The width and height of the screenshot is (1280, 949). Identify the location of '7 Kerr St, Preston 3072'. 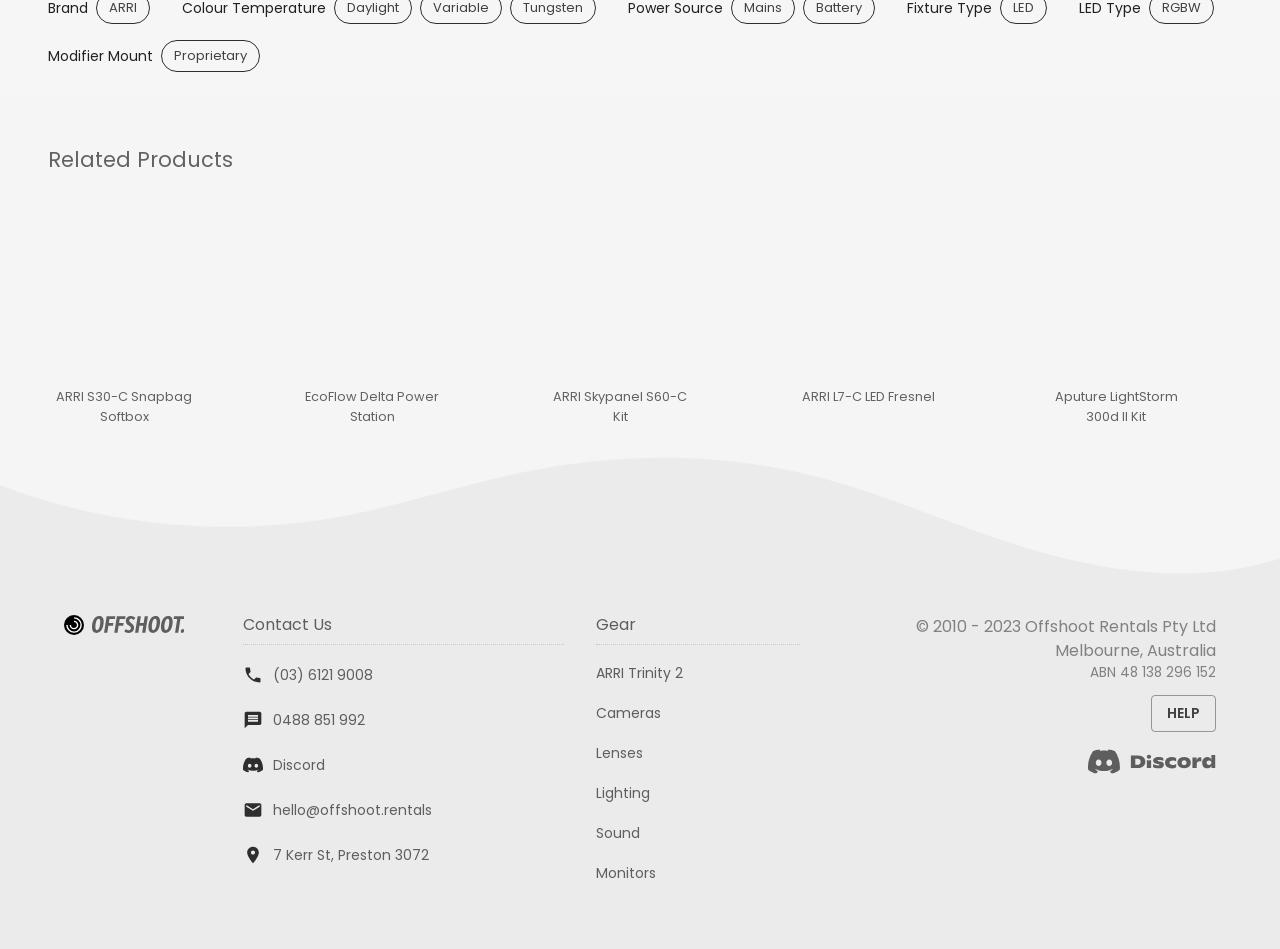
(349, 853).